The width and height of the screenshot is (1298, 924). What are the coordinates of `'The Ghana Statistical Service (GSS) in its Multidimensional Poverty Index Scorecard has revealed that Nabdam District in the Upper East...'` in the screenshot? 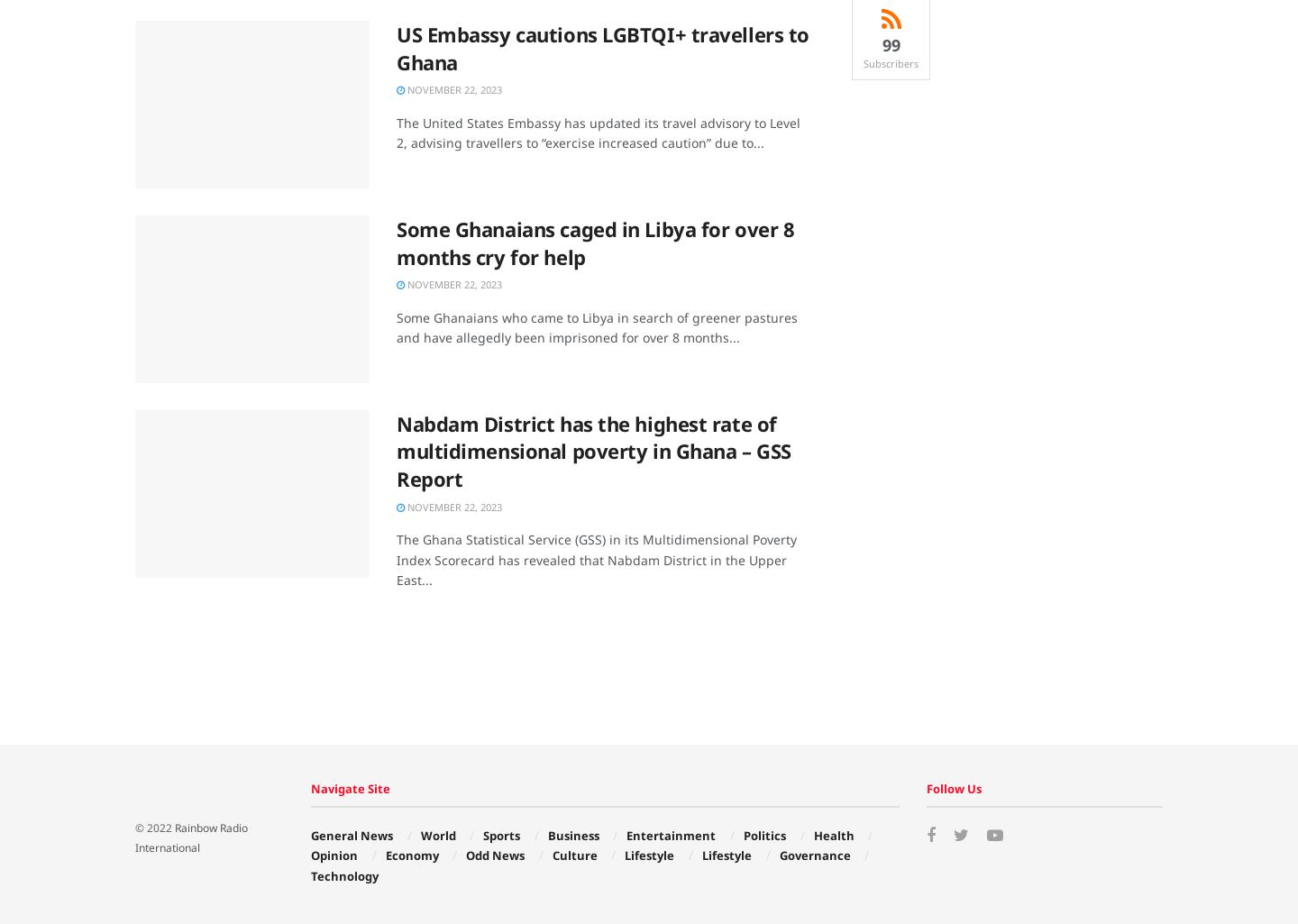 It's located at (596, 559).